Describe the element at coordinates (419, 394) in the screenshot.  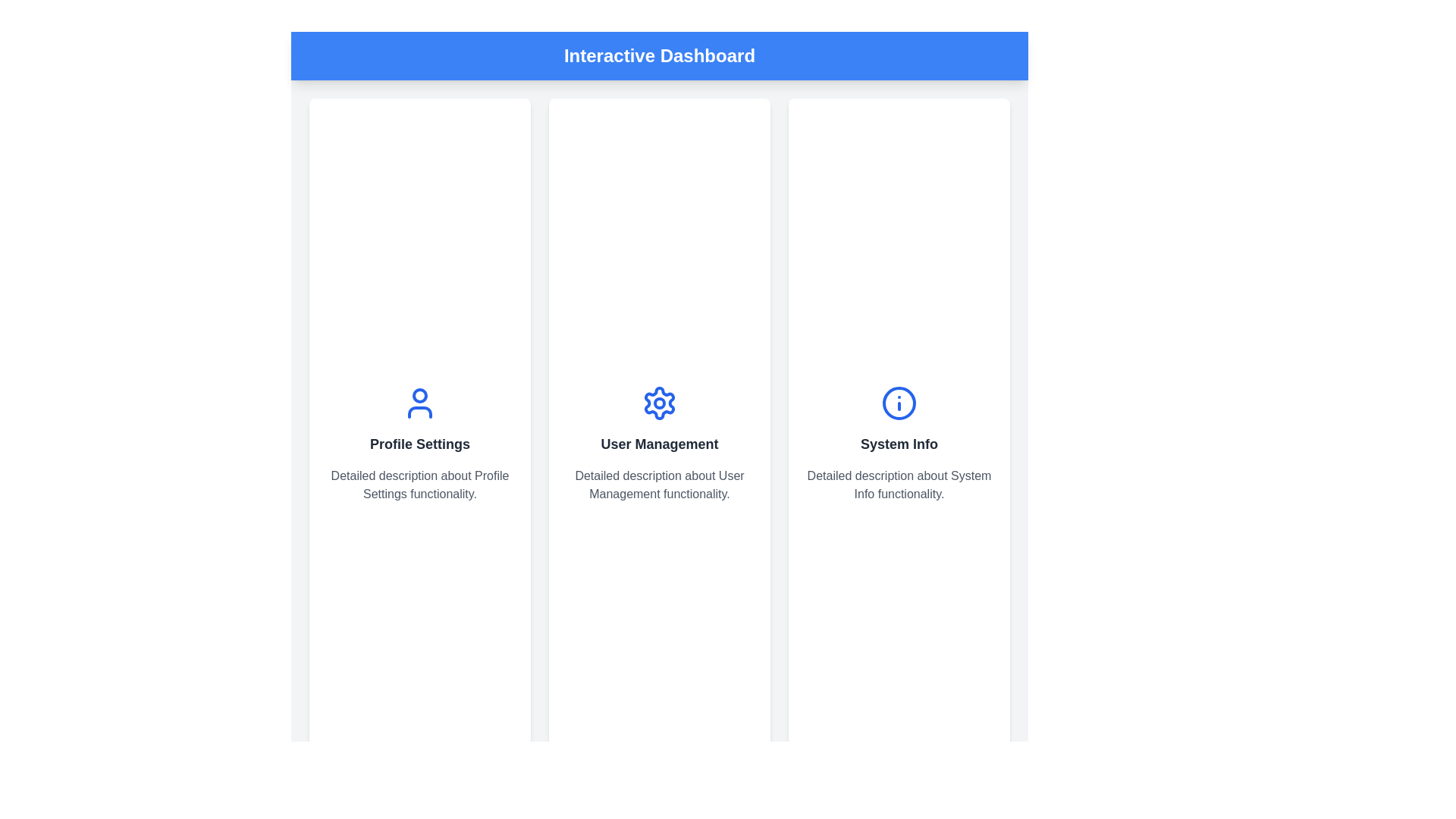
I see `the circular icon element that is part of the user profile icon above the 'Profile Settings' section` at that location.